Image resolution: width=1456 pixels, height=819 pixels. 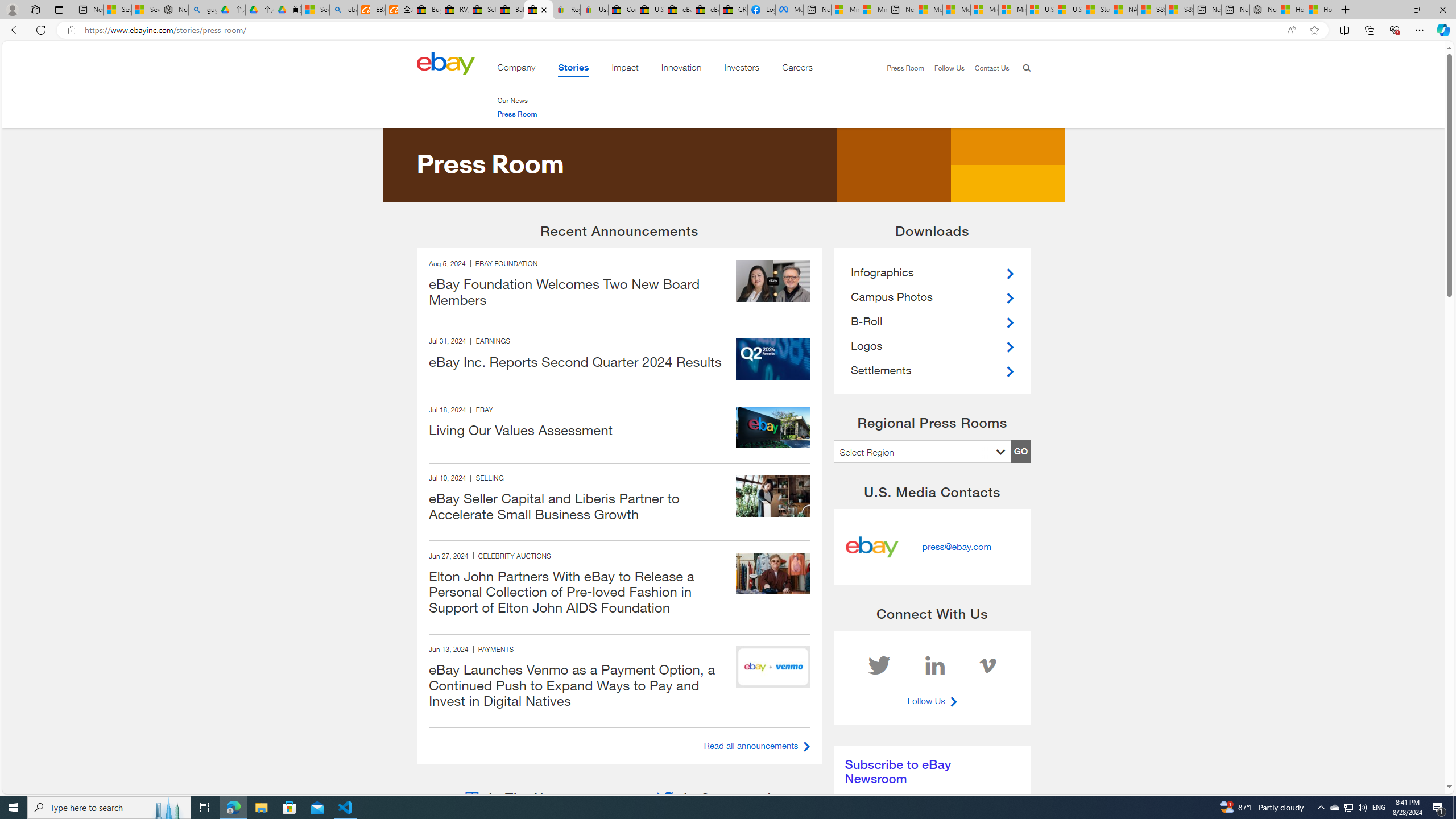 I want to click on 'ebay hq inc20', so click(x=772, y=427).